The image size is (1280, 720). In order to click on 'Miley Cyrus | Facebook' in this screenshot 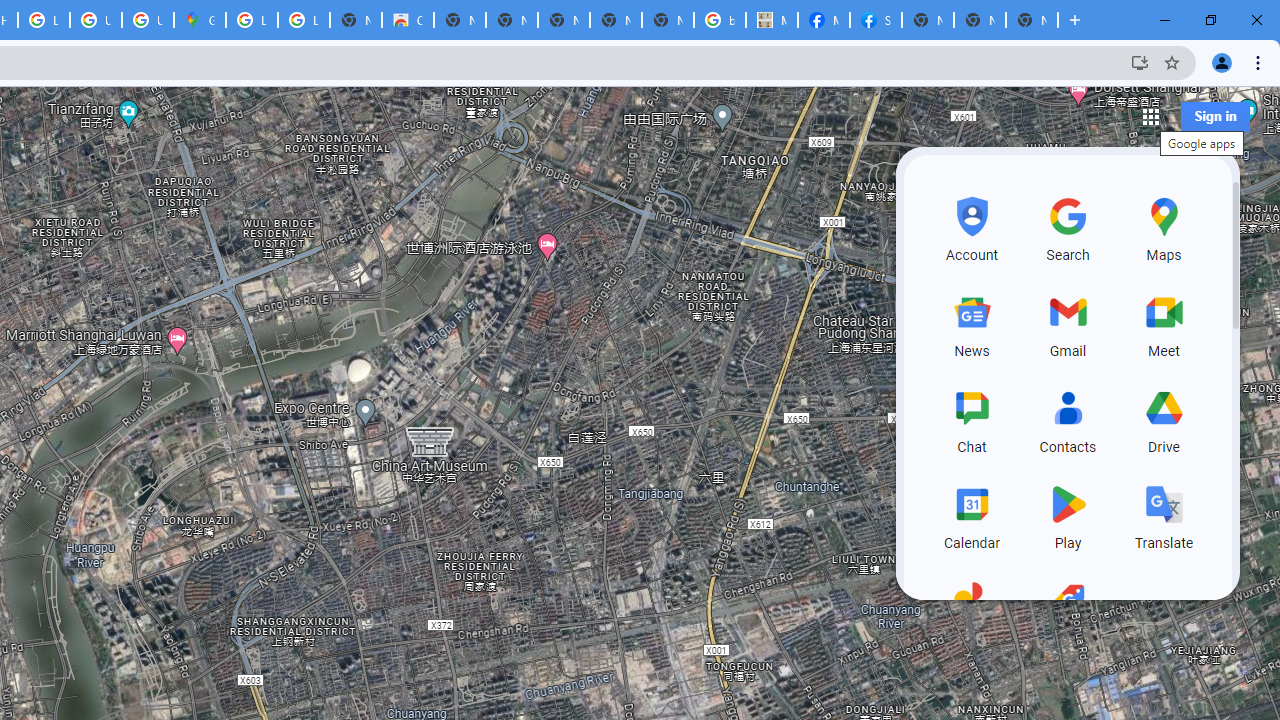, I will do `click(823, 20)`.